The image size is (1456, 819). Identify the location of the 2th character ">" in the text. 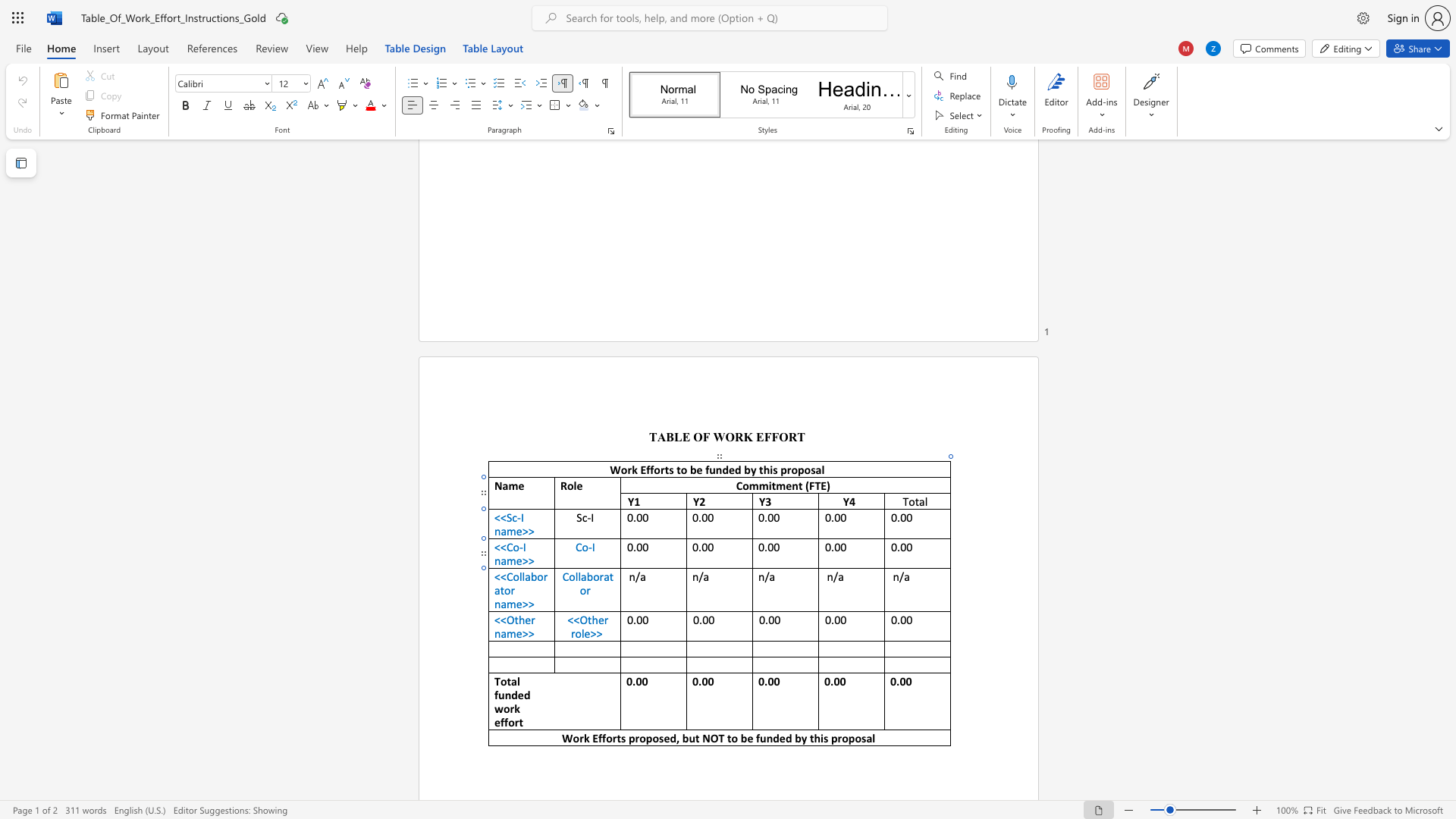
(531, 633).